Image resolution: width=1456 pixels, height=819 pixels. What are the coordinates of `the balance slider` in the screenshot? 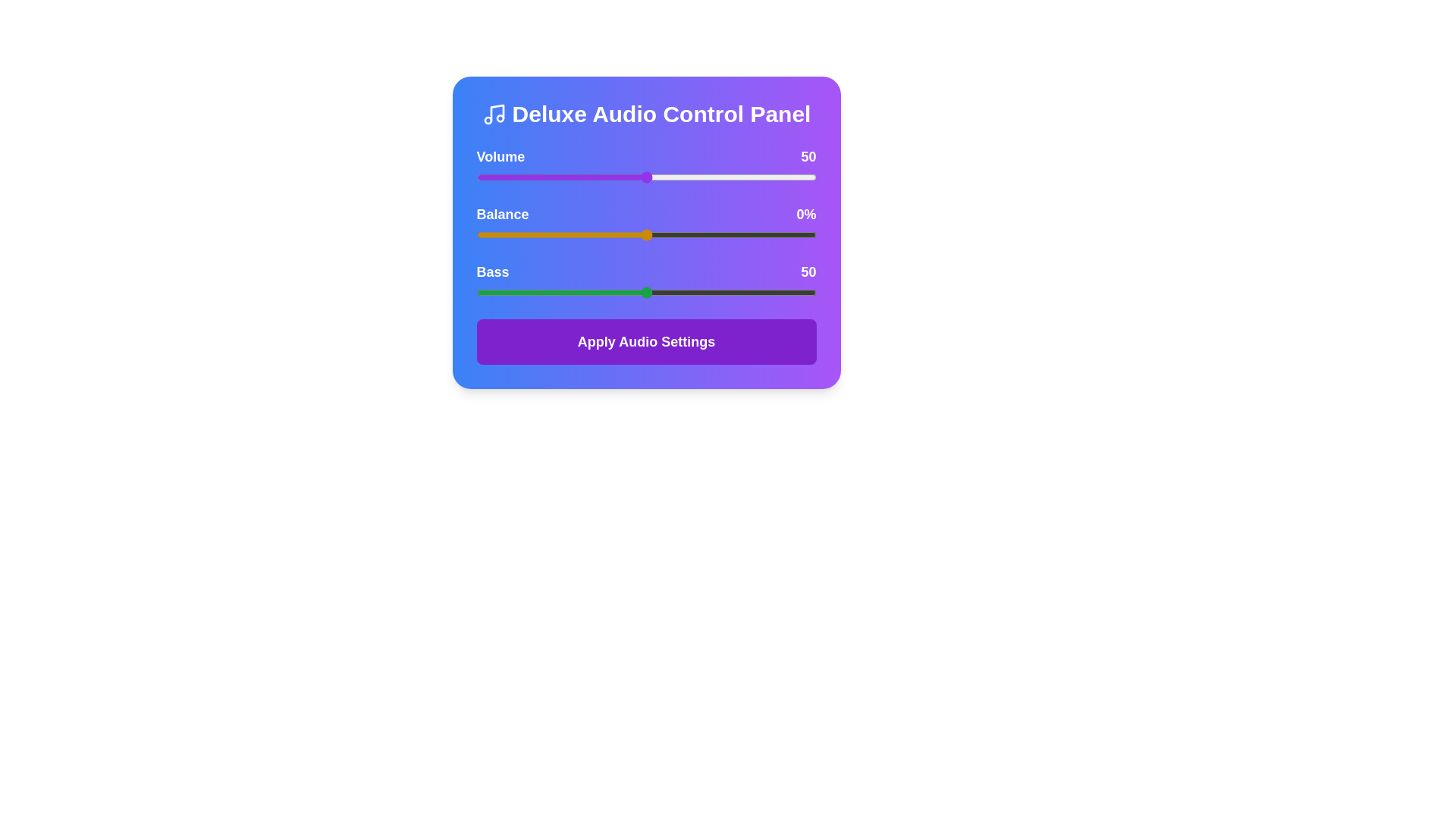 It's located at (577, 234).